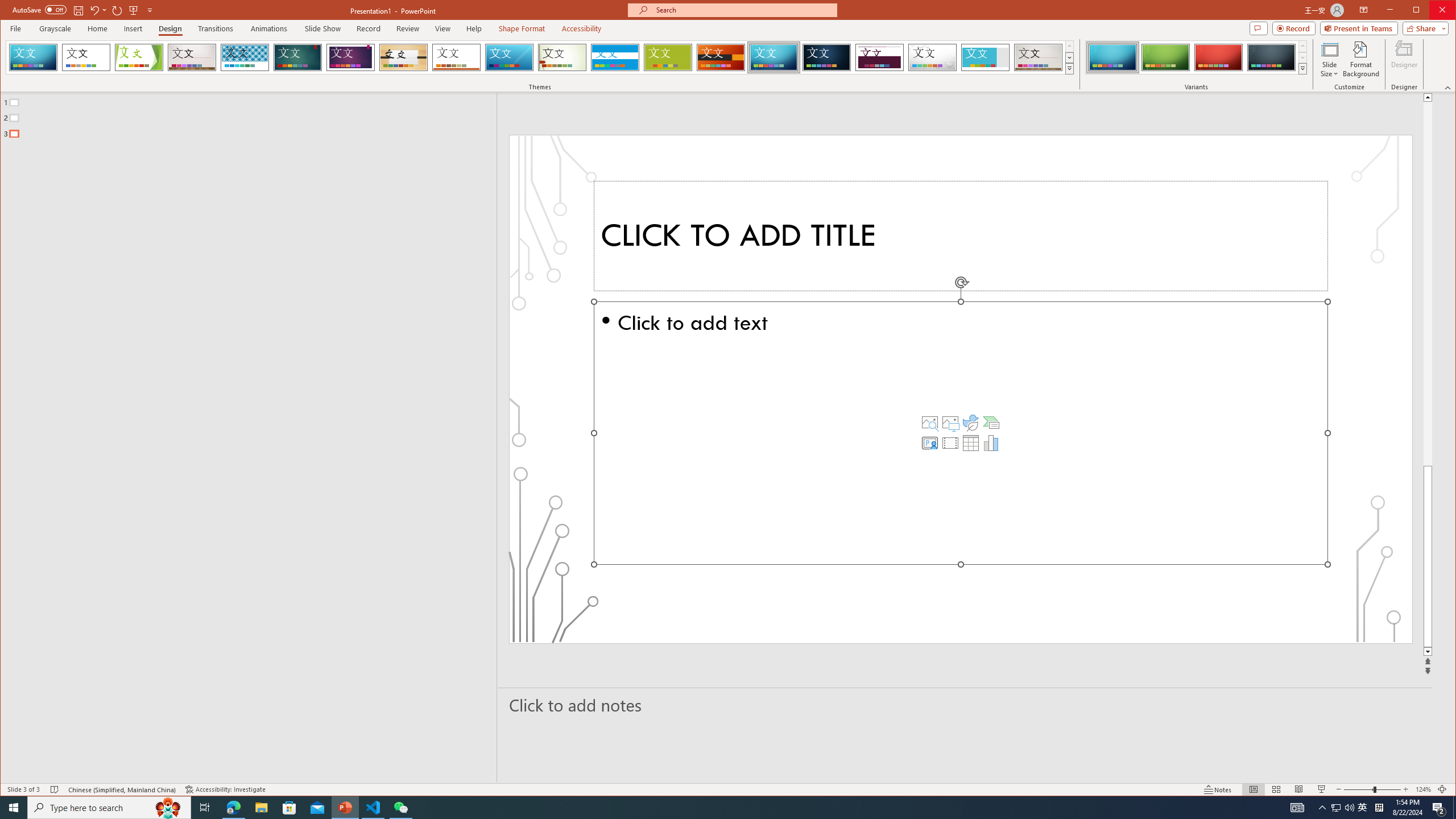 The width and height of the screenshot is (1456, 819). I want to click on 'Spell Check No Errors', so click(55, 789).